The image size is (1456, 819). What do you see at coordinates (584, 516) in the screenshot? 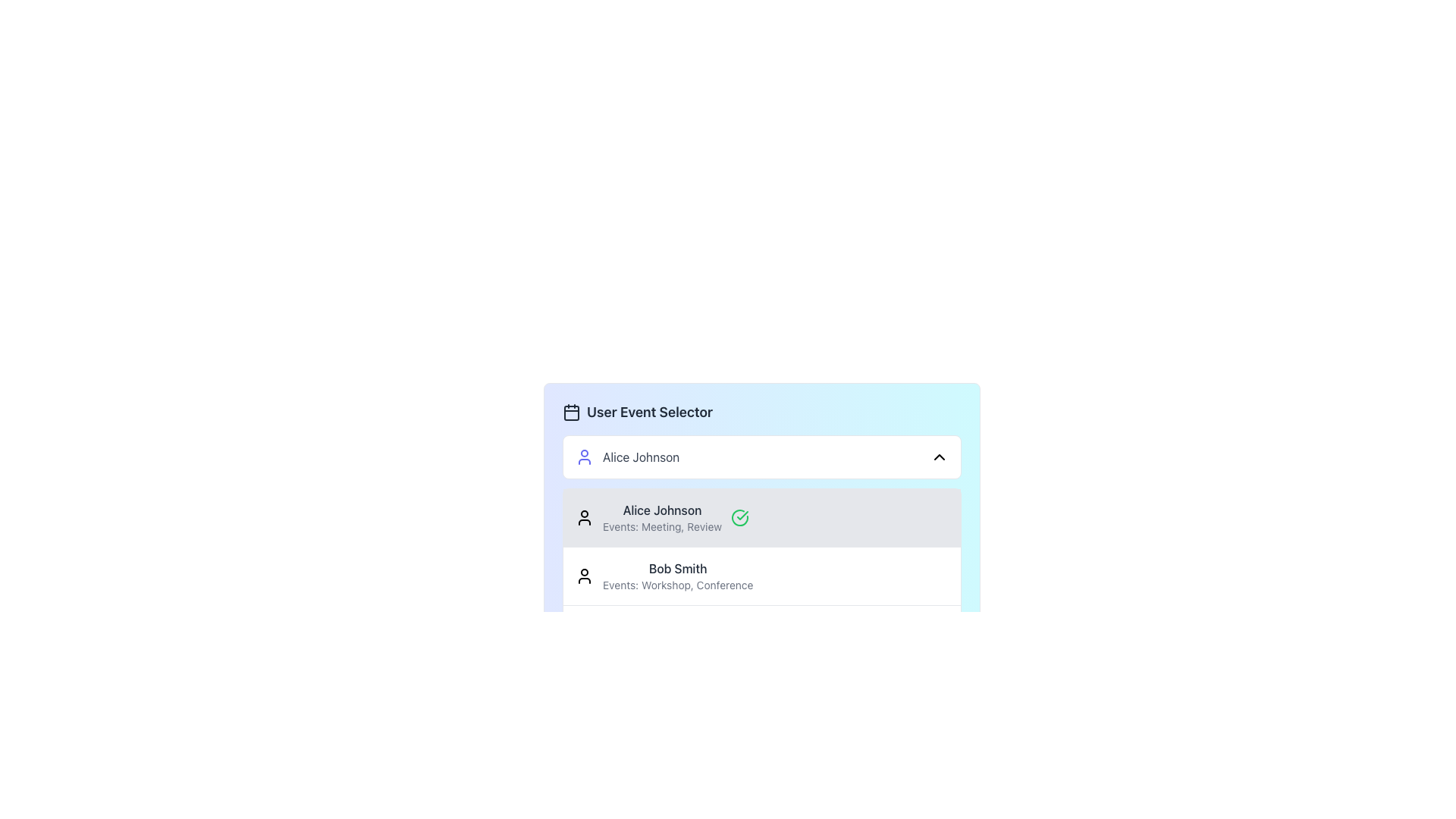
I see `the user profile icon located on the left side of the text 'Alice Johnson Events: Meeting, Review' in the second row of the user event list interface` at bounding box center [584, 516].